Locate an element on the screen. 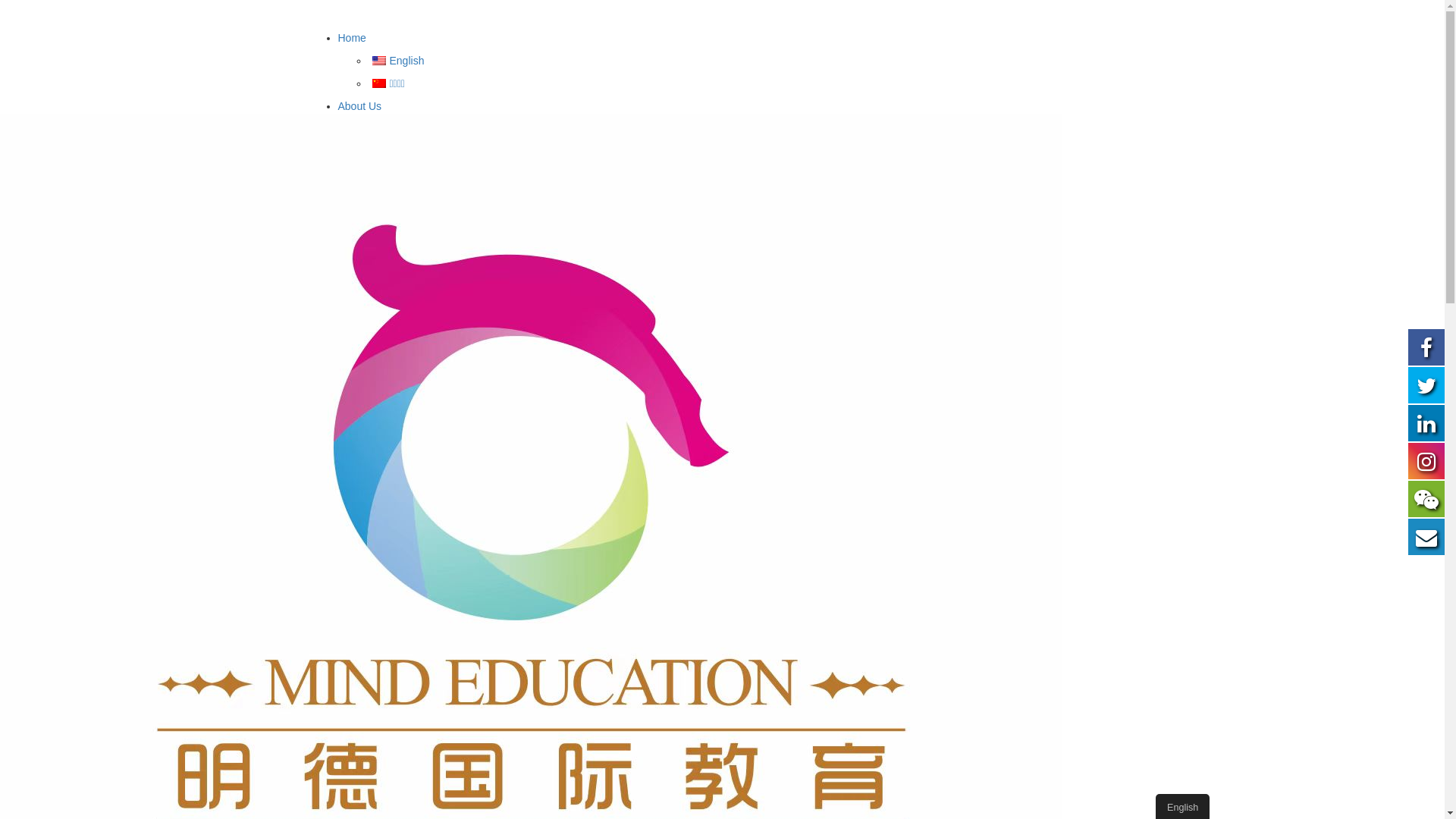  'Study in Australia' is located at coordinates (378, 198).